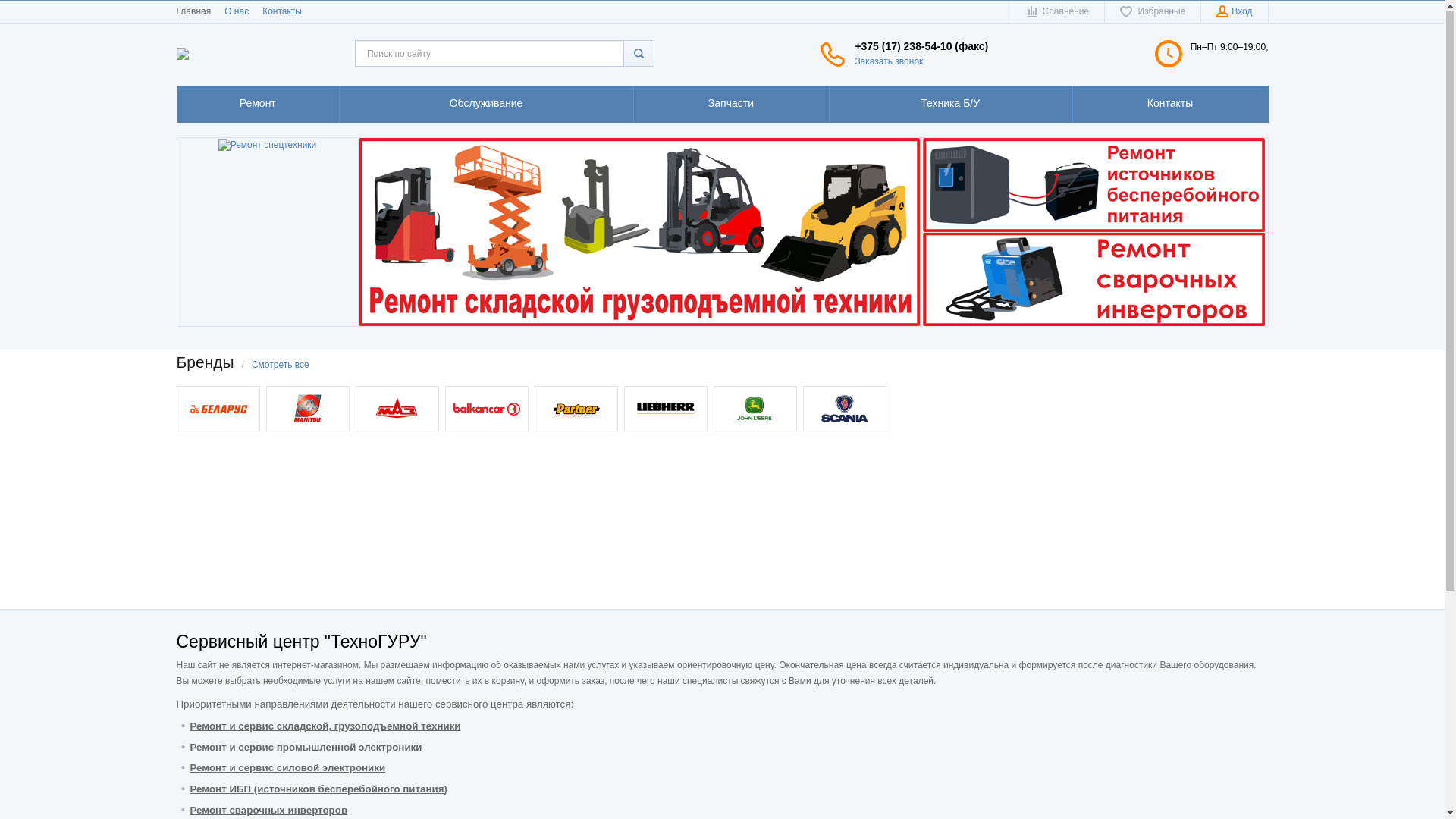 The image size is (1456, 819). Describe the element at coordinates (293, 409) in the screenshot. I see `'Manitou'` at that location.